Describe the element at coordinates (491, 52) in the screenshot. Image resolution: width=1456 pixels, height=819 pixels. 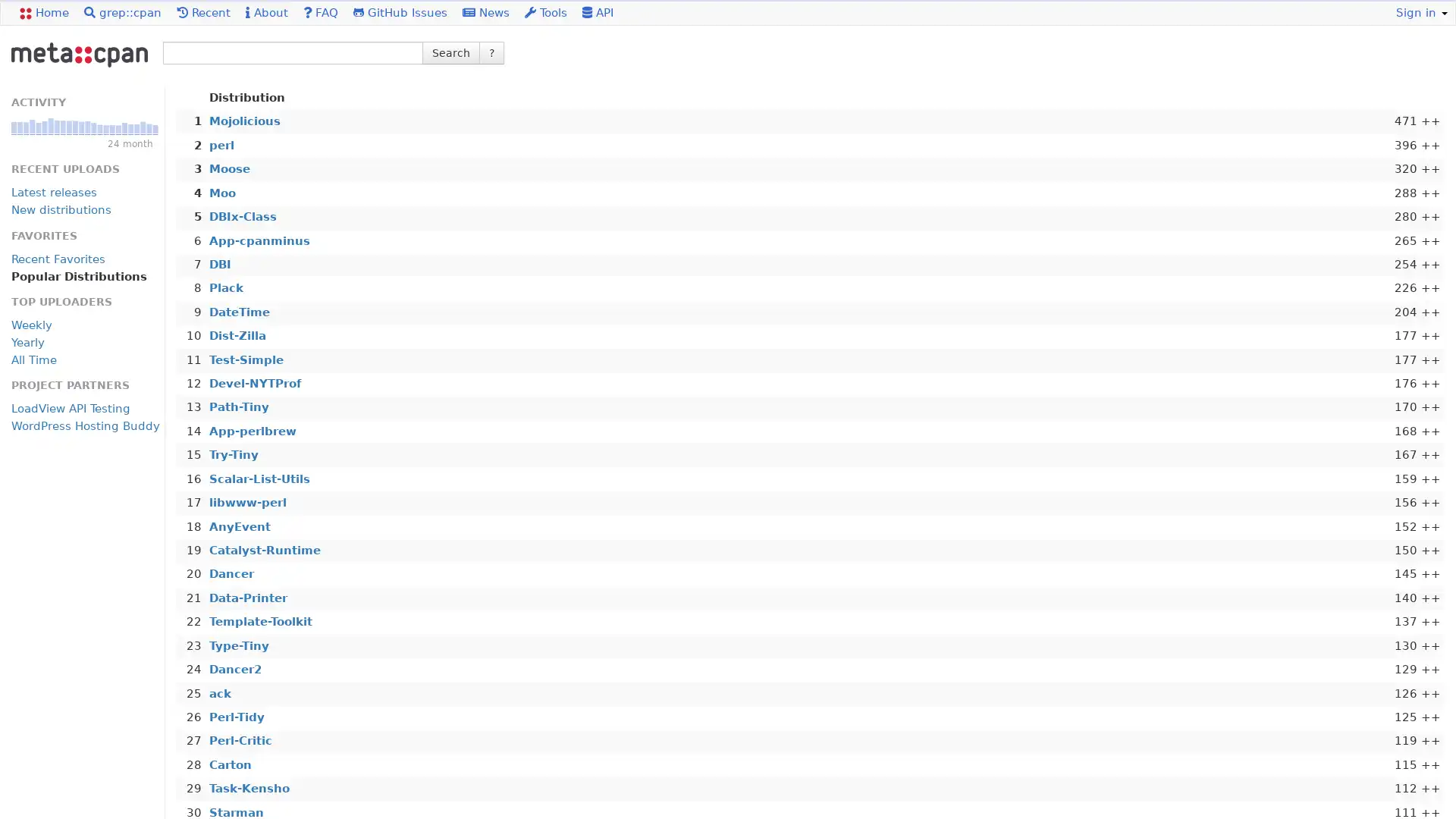
I see `?` at that location.